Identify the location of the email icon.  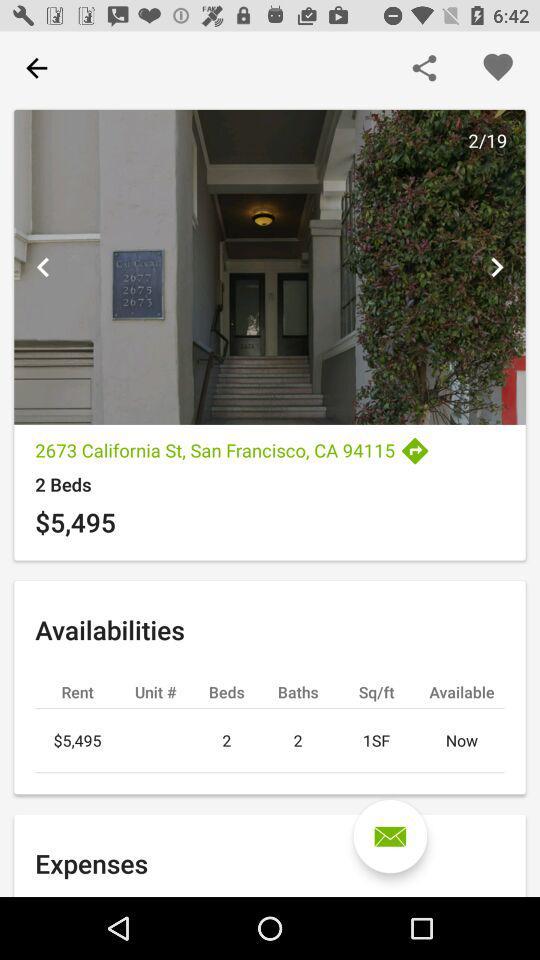
(390, 836).